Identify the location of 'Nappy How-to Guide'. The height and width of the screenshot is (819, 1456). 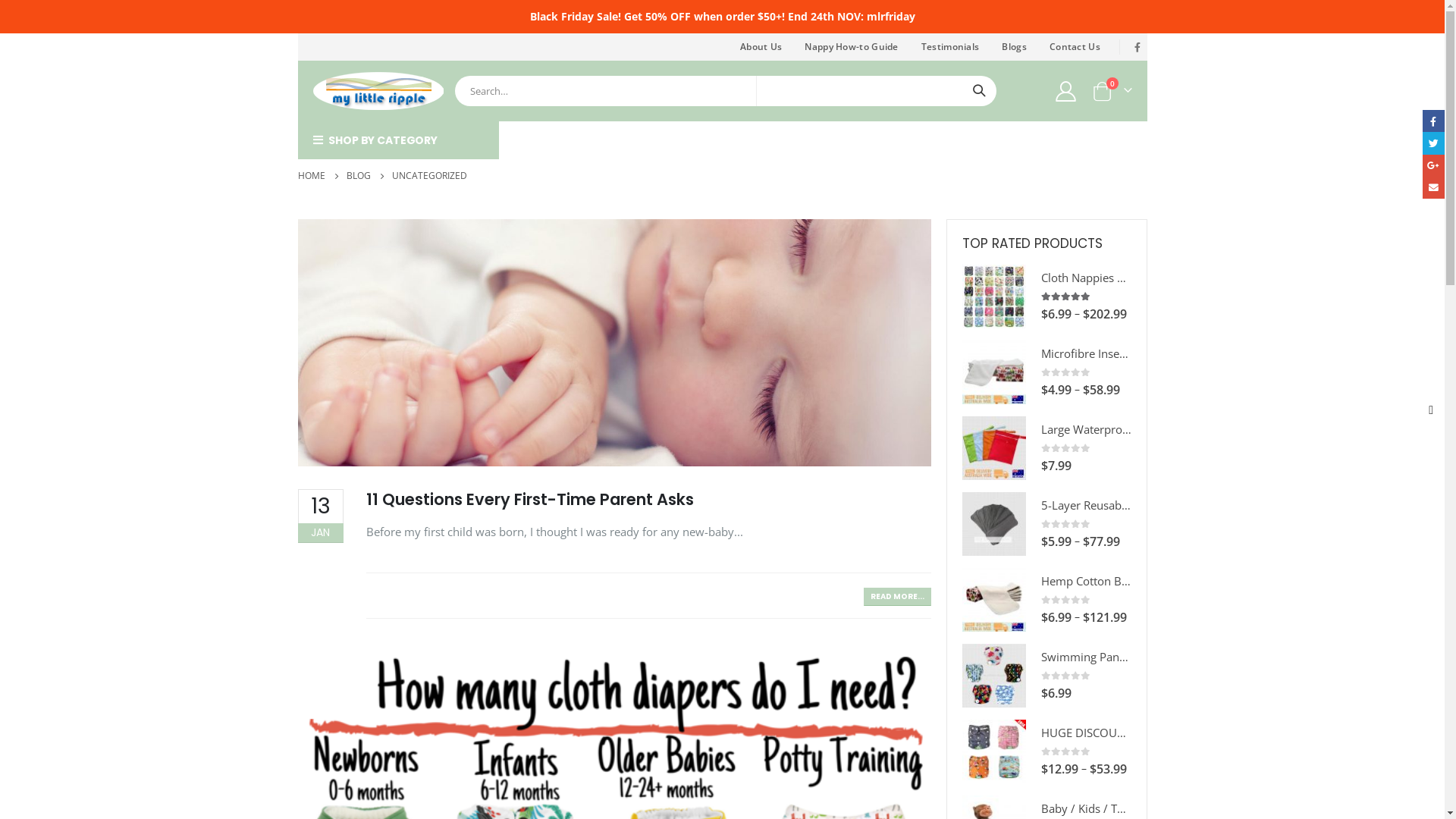
(851, 45).